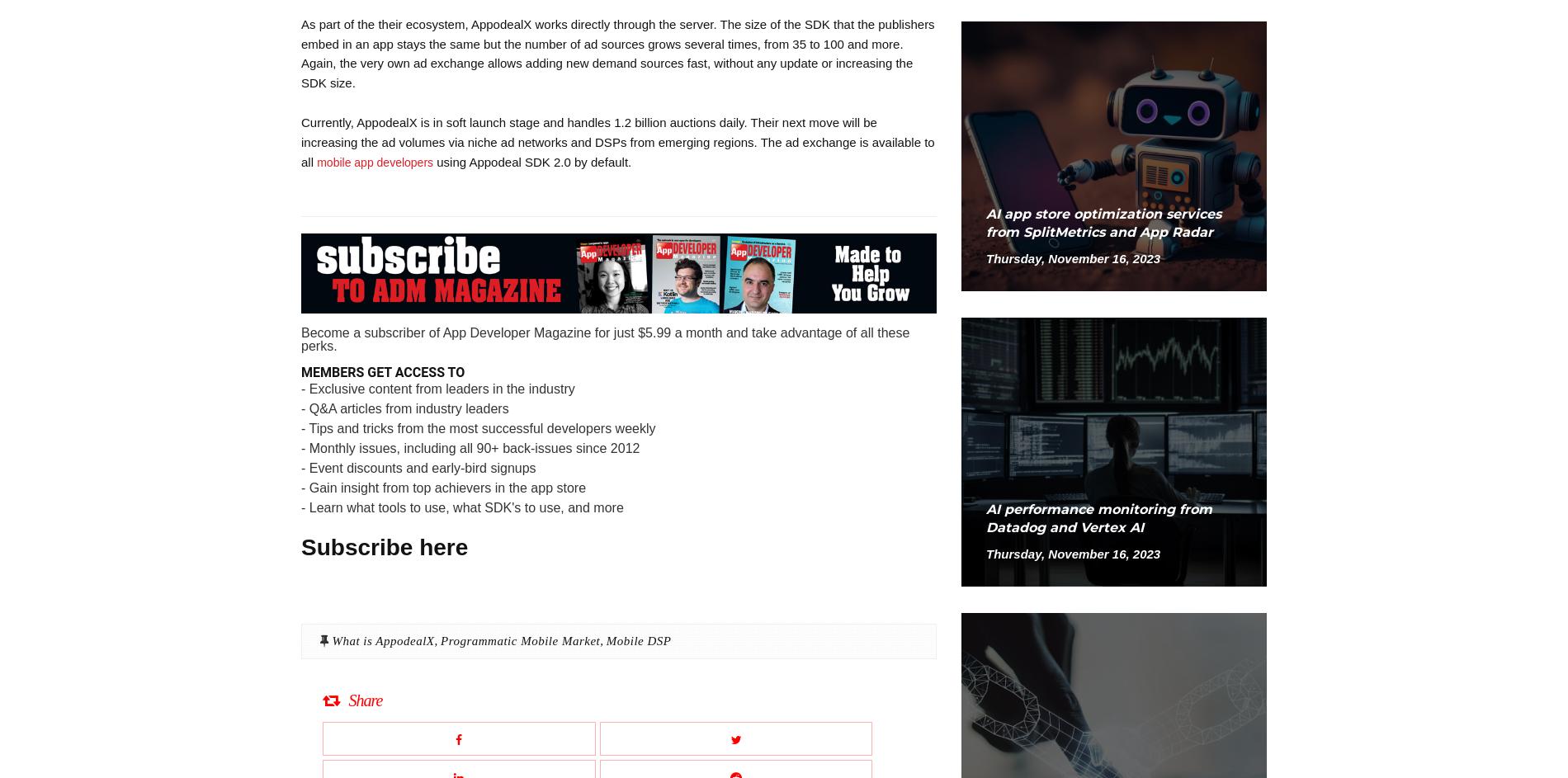 This screenshot has height=778, width=1568. What do you see at coordinates (300, 52) in the screenshot?
I see `'As part of the their ecosystem, AppodealX works directly through the server. The size of the SDK that the publishers embed in an app stays the same but the number of ad sources grows several times, from 35 to 100 and more. Again, the very own ad exchange allows adding new demand sources fast, without any update or increasing the SDK size.'` at bounding box center [300, 52].